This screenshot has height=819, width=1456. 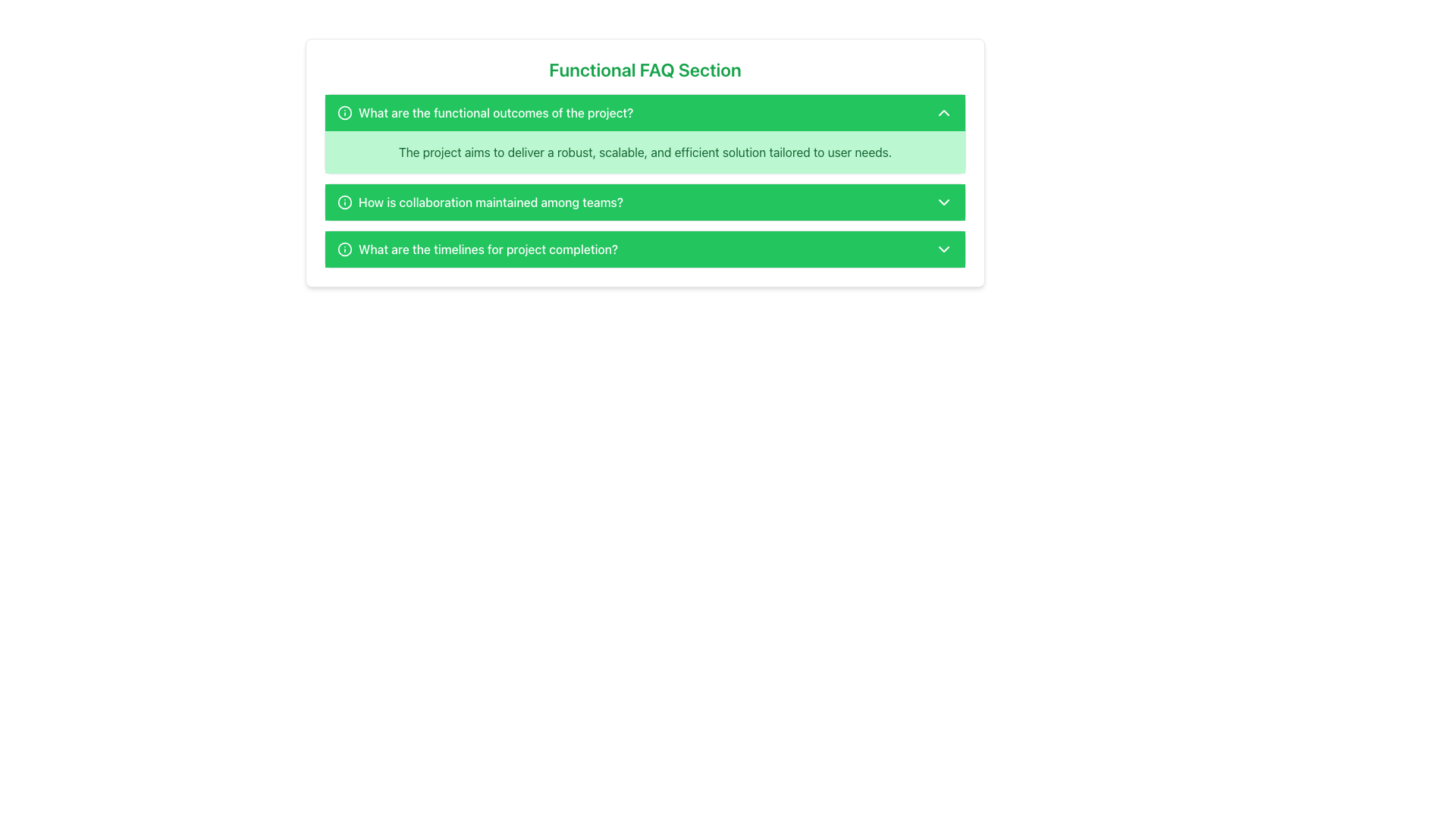 I want to click on the Collapsible FAQ toggle button labeled 'What are the timelines for project completion?', so click(x=645, y=248).